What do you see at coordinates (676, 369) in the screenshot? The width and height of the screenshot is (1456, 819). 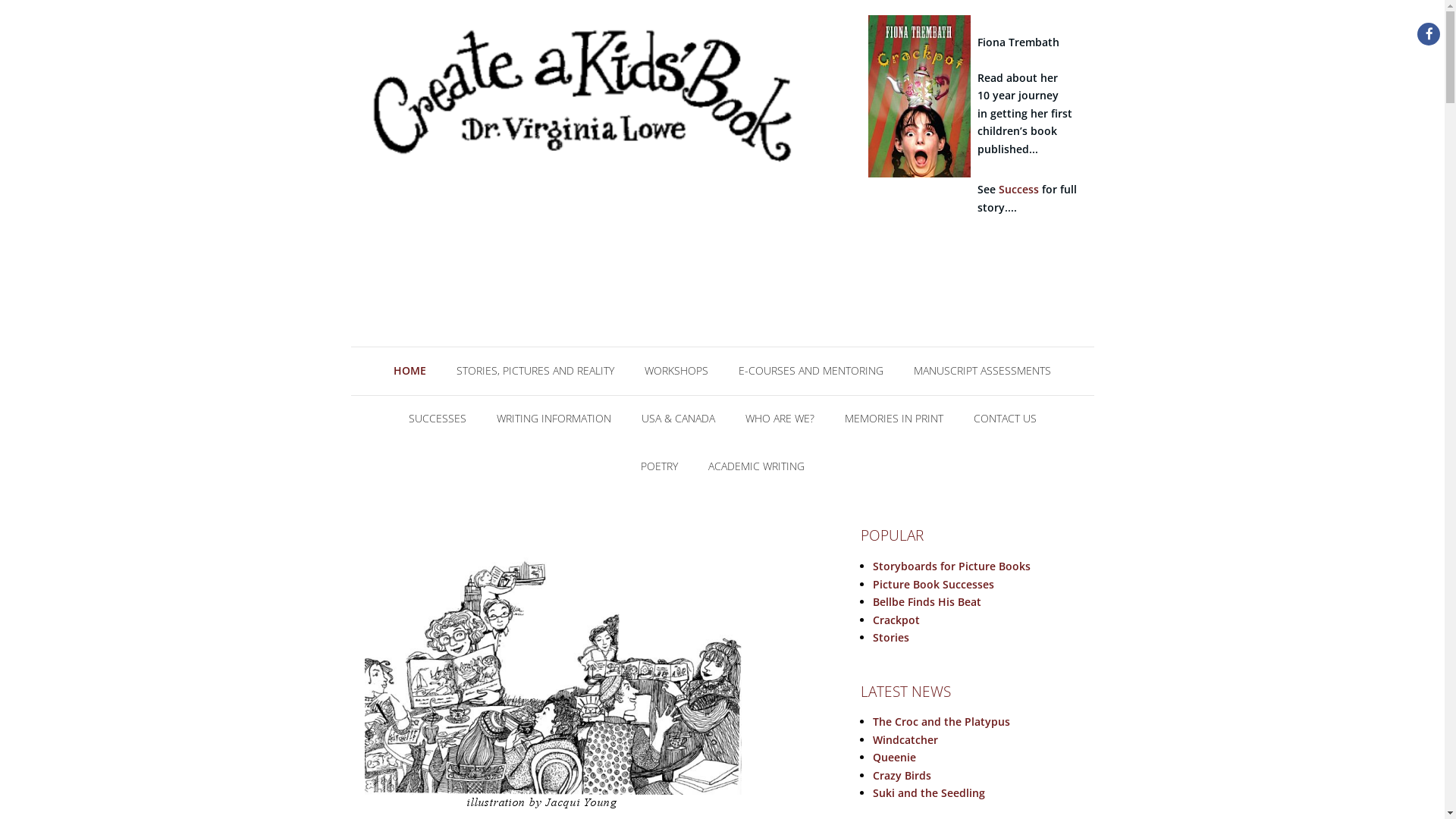 I see `'WORKSHOPS'` at bounding box center [676, 369].